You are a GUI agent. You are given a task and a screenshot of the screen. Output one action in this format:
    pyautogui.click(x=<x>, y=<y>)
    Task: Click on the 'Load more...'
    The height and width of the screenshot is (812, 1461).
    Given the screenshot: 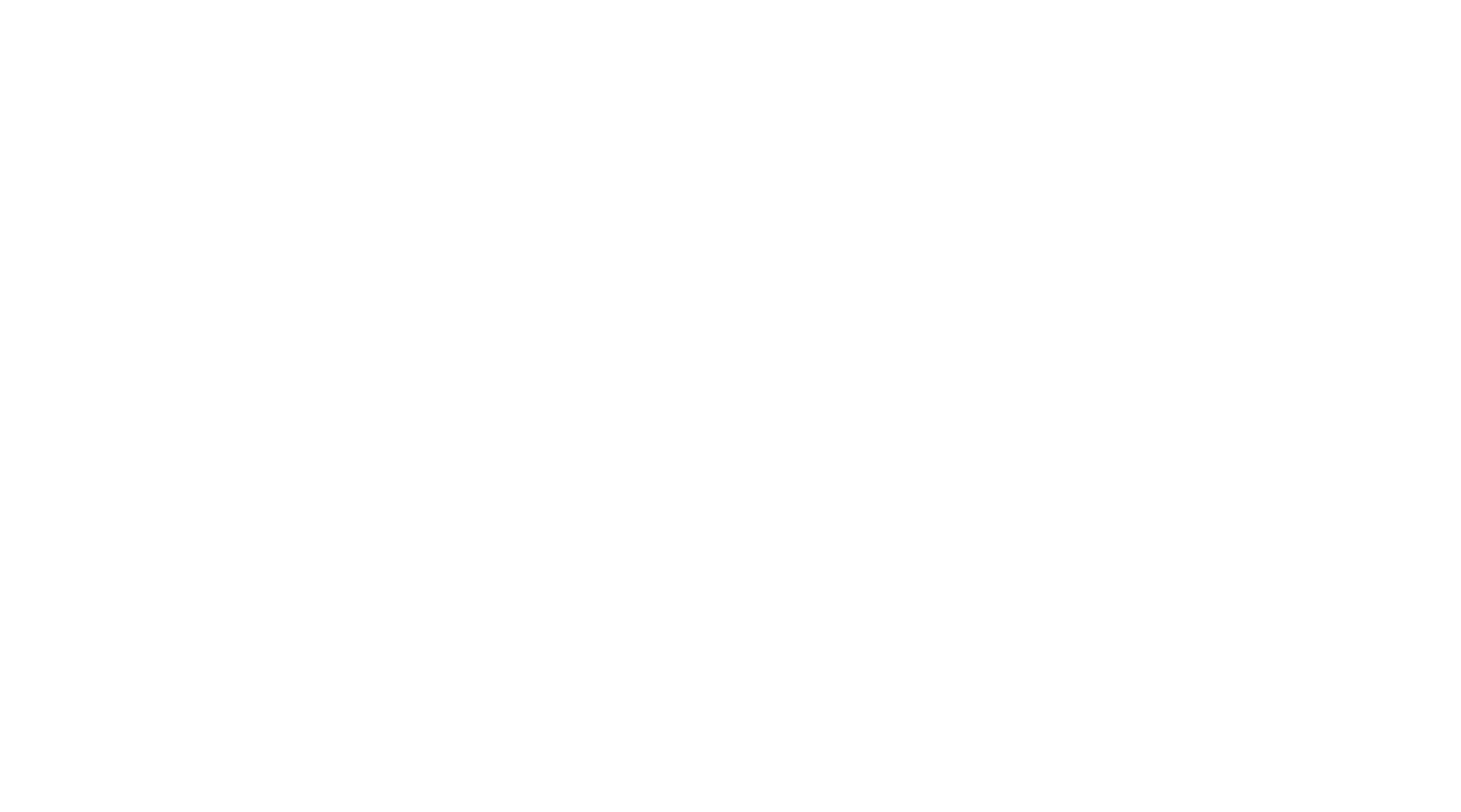 What is the action you would take?
    pyautogui.click(x=312, y=370)
    